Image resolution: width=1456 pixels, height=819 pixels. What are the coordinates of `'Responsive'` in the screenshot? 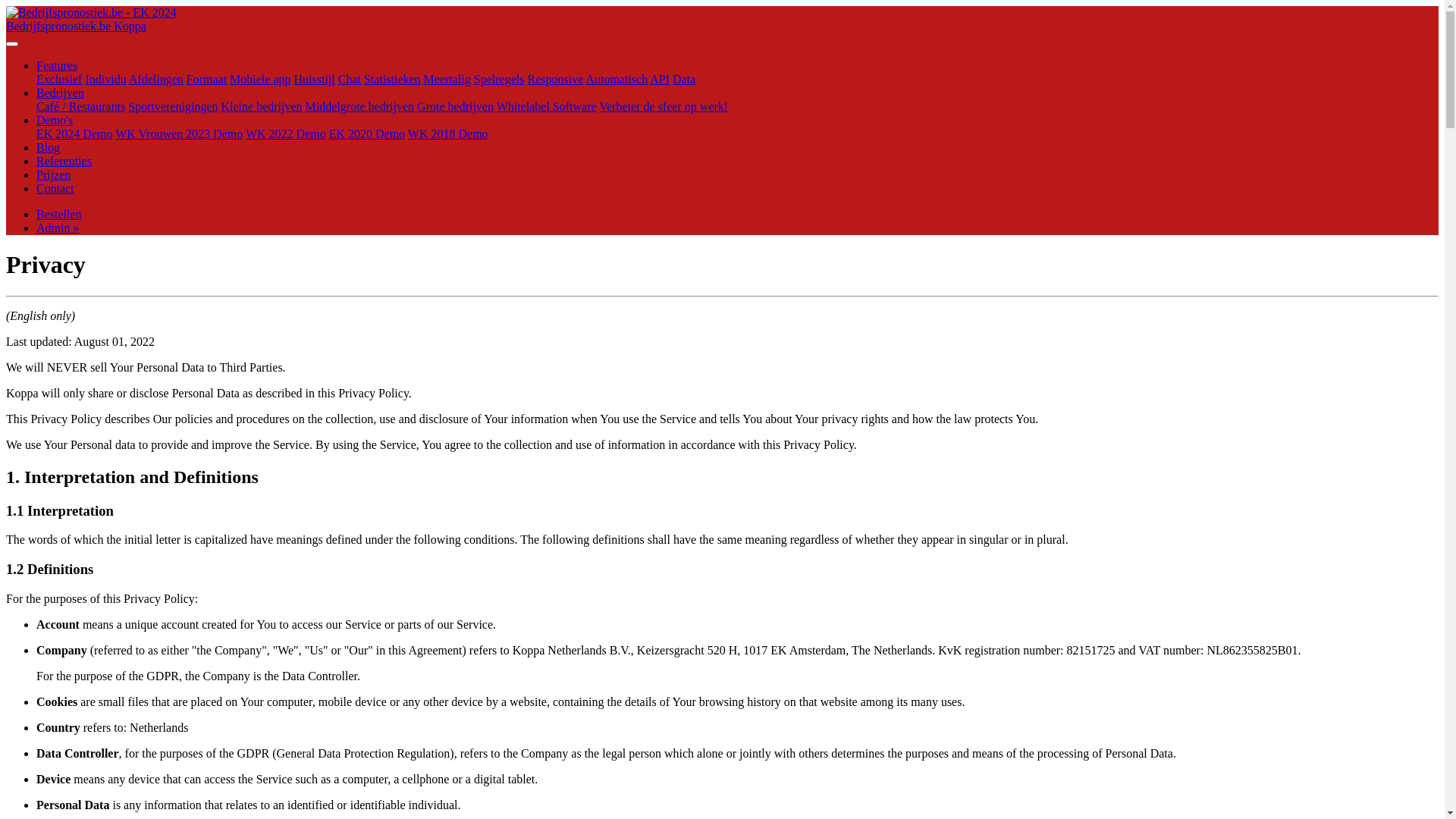 It's located at (527, 79).